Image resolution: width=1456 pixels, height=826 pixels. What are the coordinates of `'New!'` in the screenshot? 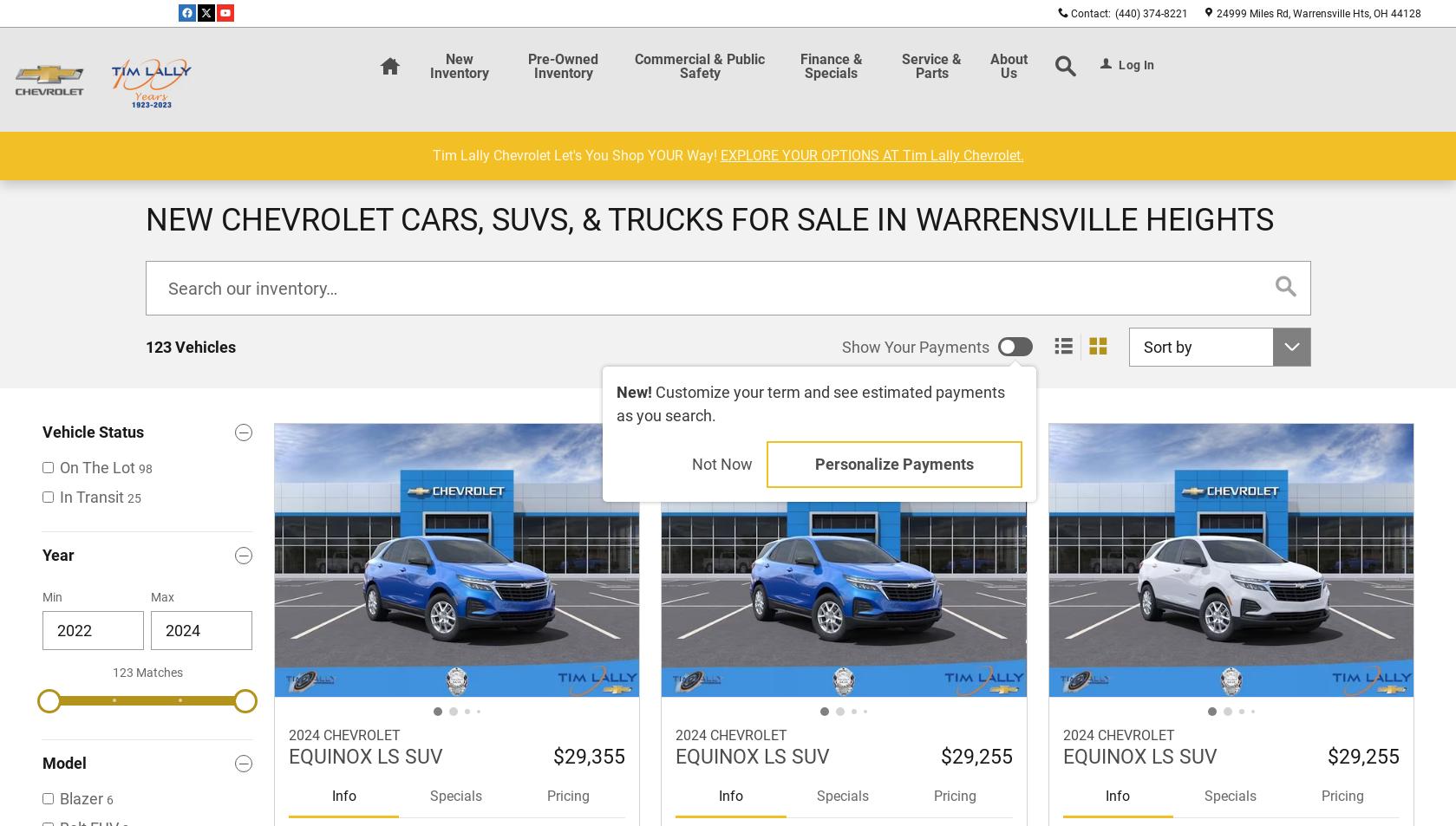 It's located at (617, 391).